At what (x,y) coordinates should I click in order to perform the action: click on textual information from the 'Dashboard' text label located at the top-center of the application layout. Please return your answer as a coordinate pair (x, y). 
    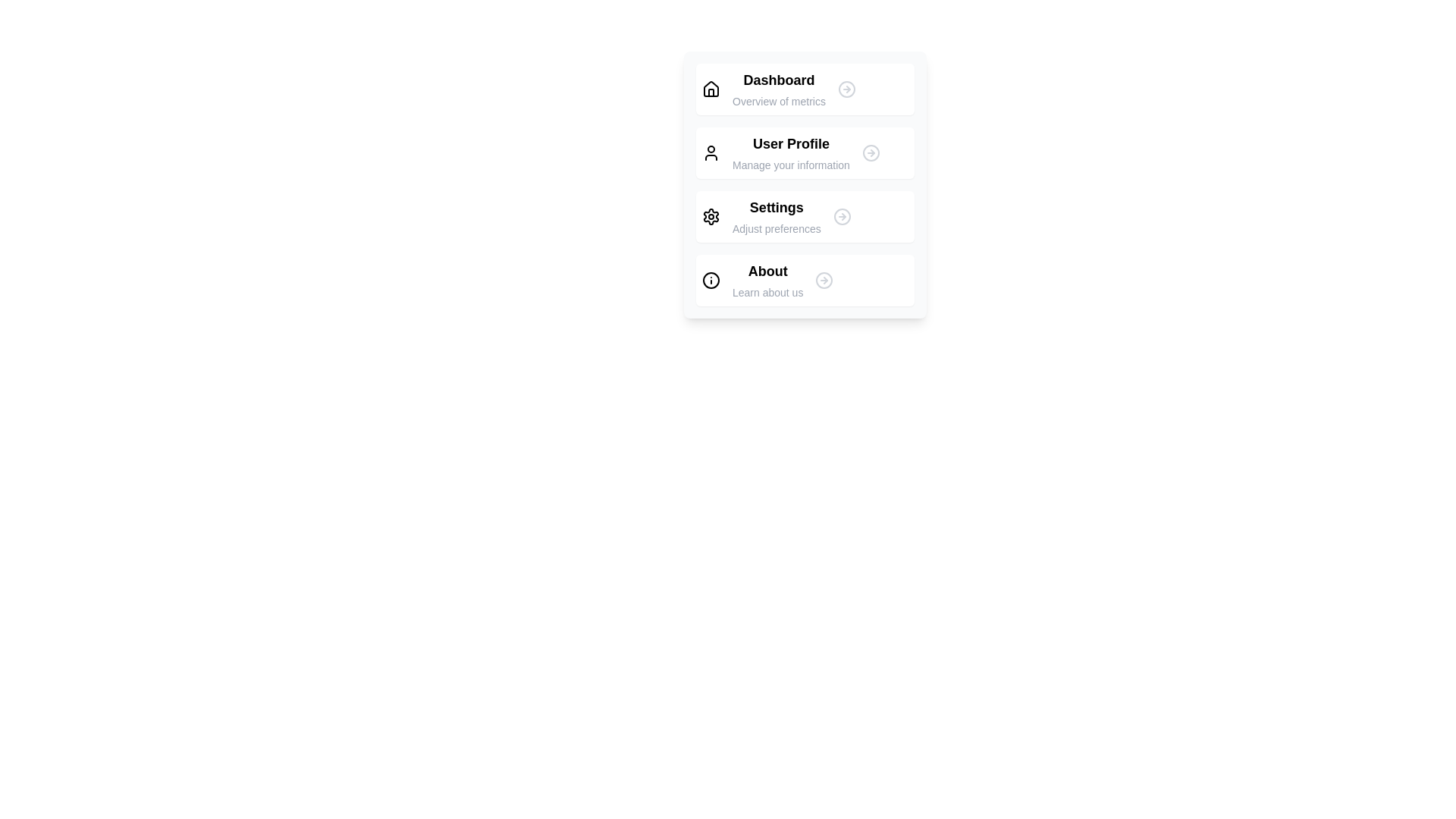
    Looking at the image, I should click on (779, 89).